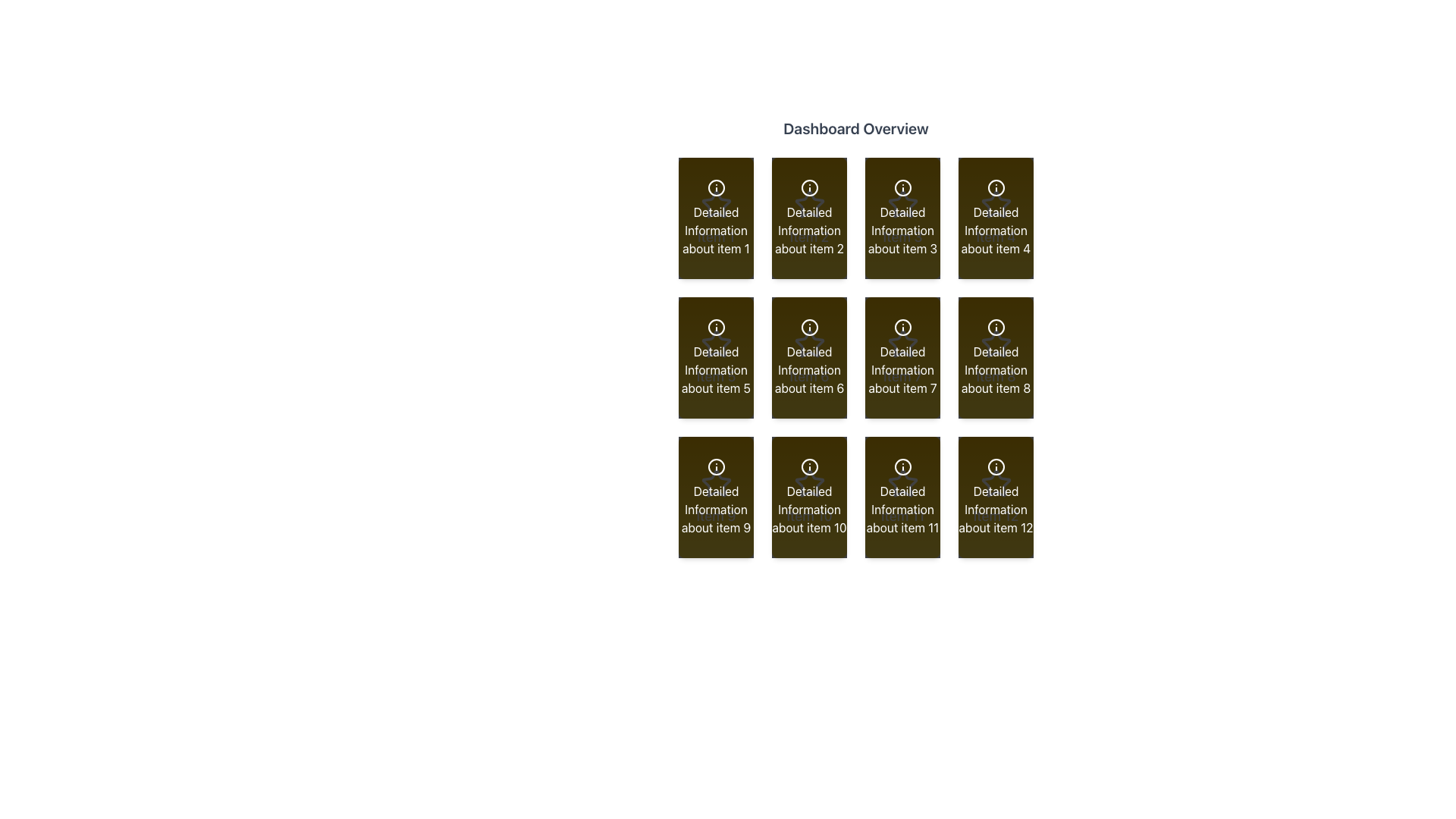  What do you see at coordinates (902, 509) in the screenshot?
I see `text content of the label displaying 'Detailed Information about item 11', located in the second column of the fourth row in a 4x3 grid layout` at bounding box center [902, 509].